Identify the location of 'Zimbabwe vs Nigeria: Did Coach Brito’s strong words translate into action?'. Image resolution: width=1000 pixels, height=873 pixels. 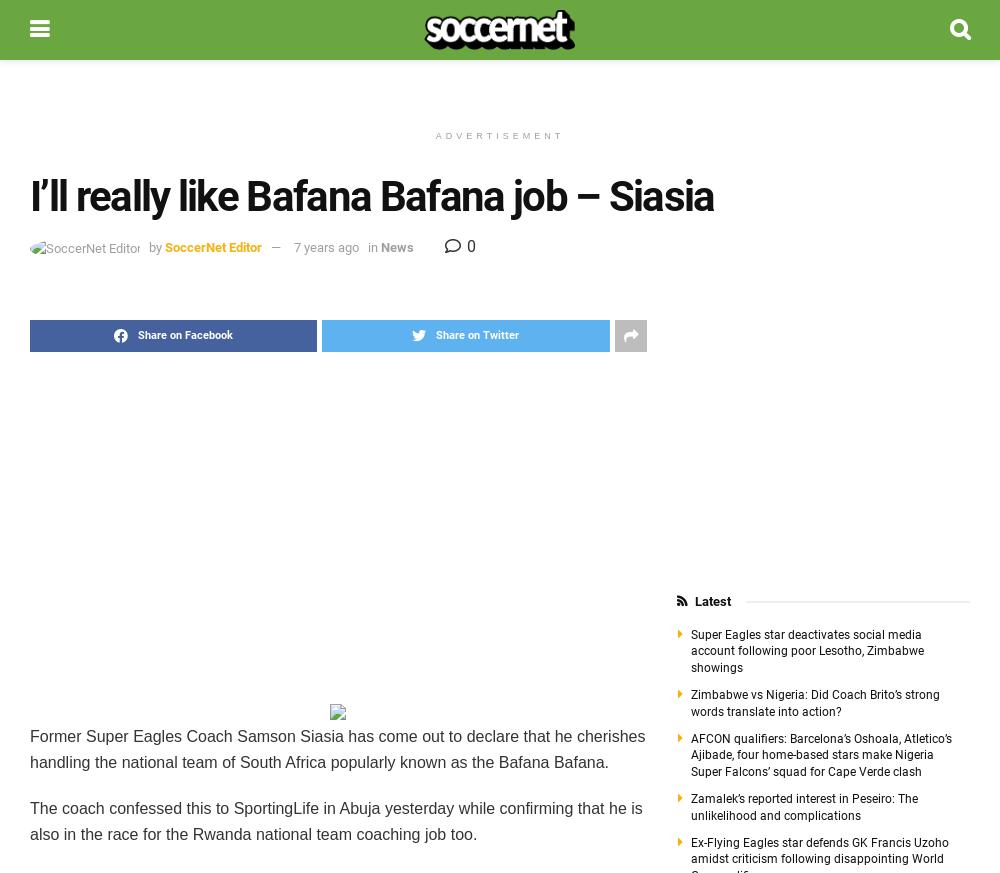
(813, 702).